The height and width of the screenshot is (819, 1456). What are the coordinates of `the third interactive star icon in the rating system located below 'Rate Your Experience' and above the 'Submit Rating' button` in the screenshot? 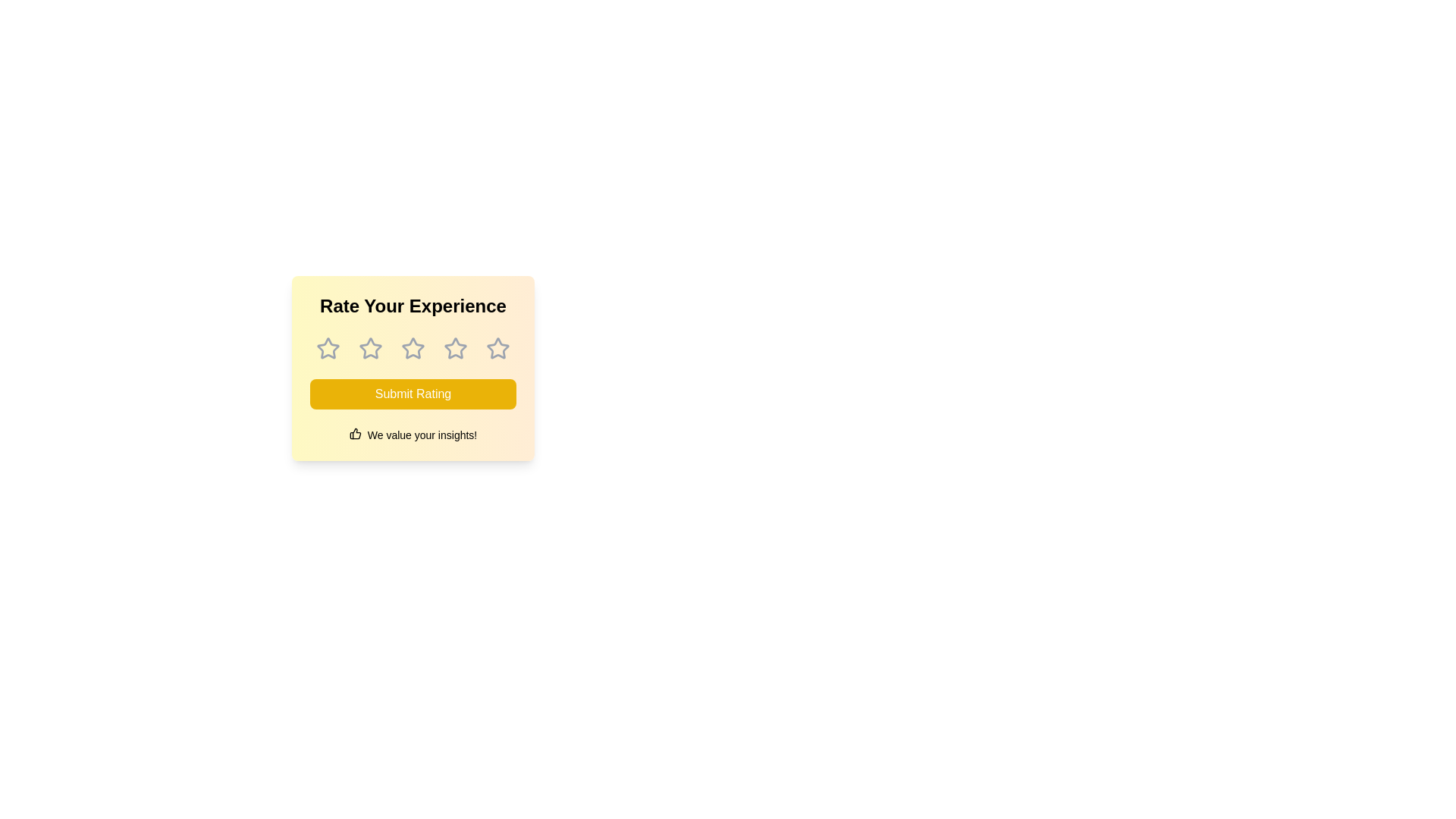 It's located at (413, 348).